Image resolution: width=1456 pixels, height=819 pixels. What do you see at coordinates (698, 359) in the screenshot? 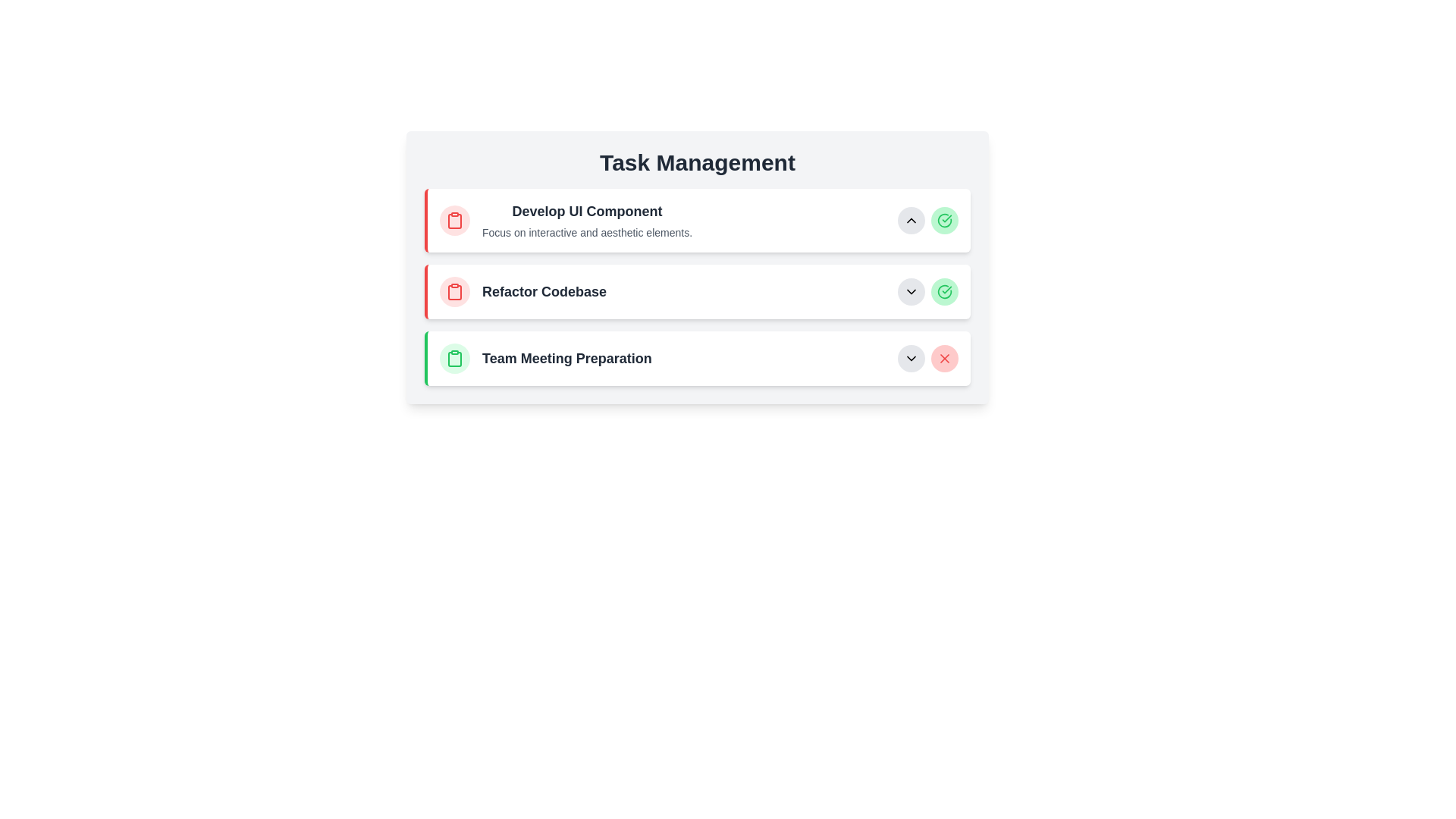
I see `the task in the task manager application, specifically the List item located in the third row below 'Refactor Codebase'` at bounding box center [698, 359].